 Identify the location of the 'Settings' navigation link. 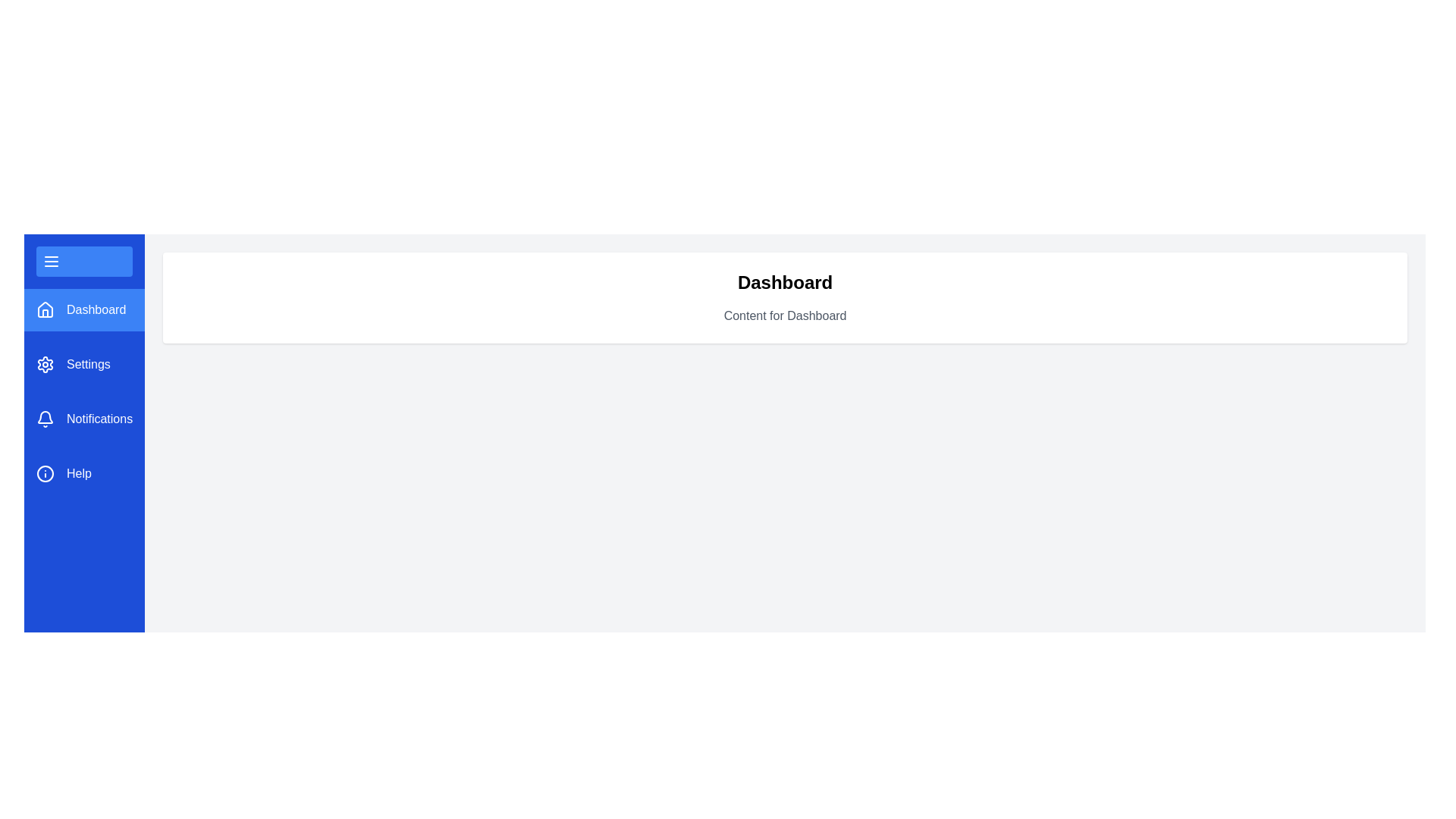
(83, 365).